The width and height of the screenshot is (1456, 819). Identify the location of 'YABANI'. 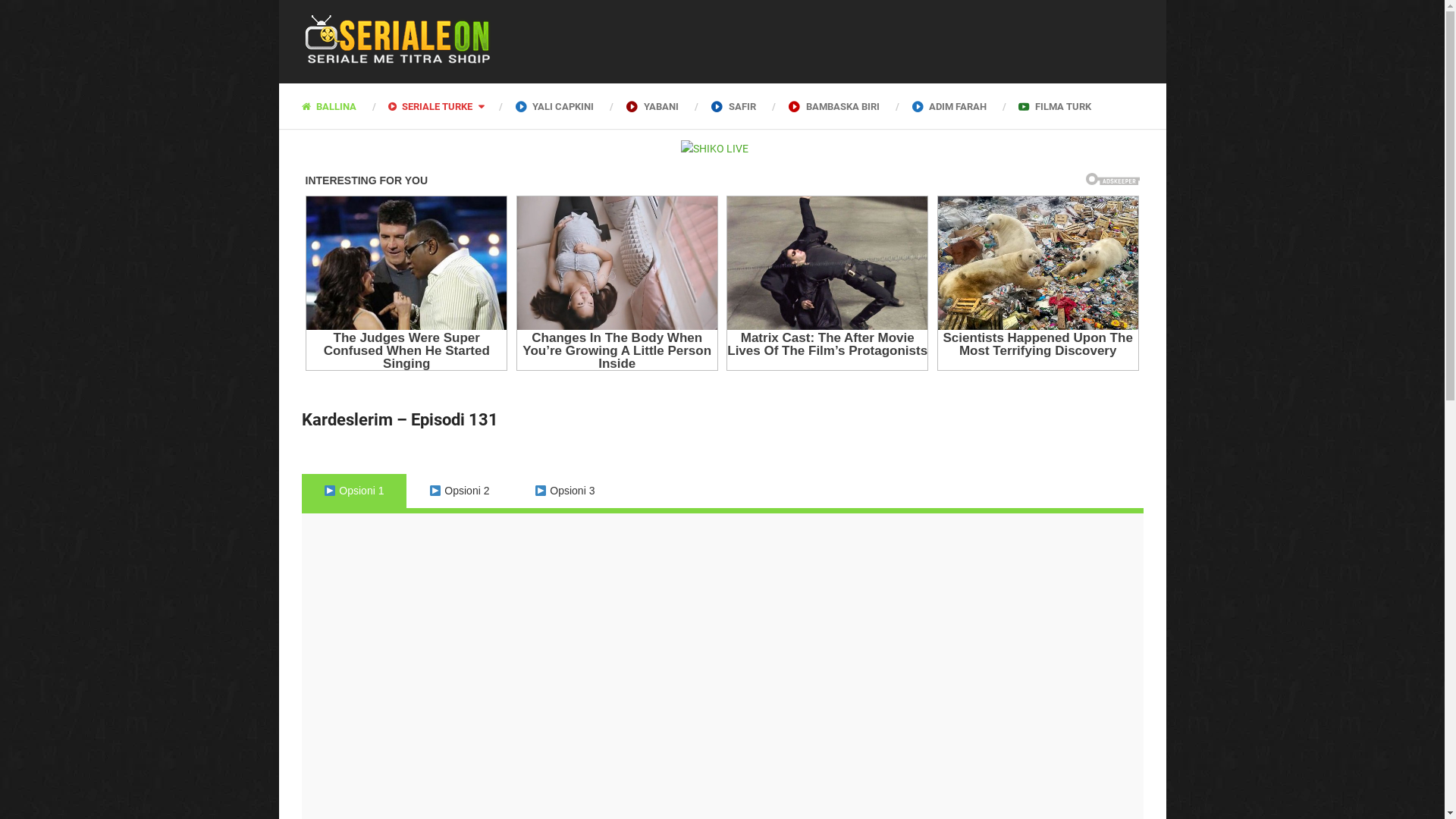
(651, 105).